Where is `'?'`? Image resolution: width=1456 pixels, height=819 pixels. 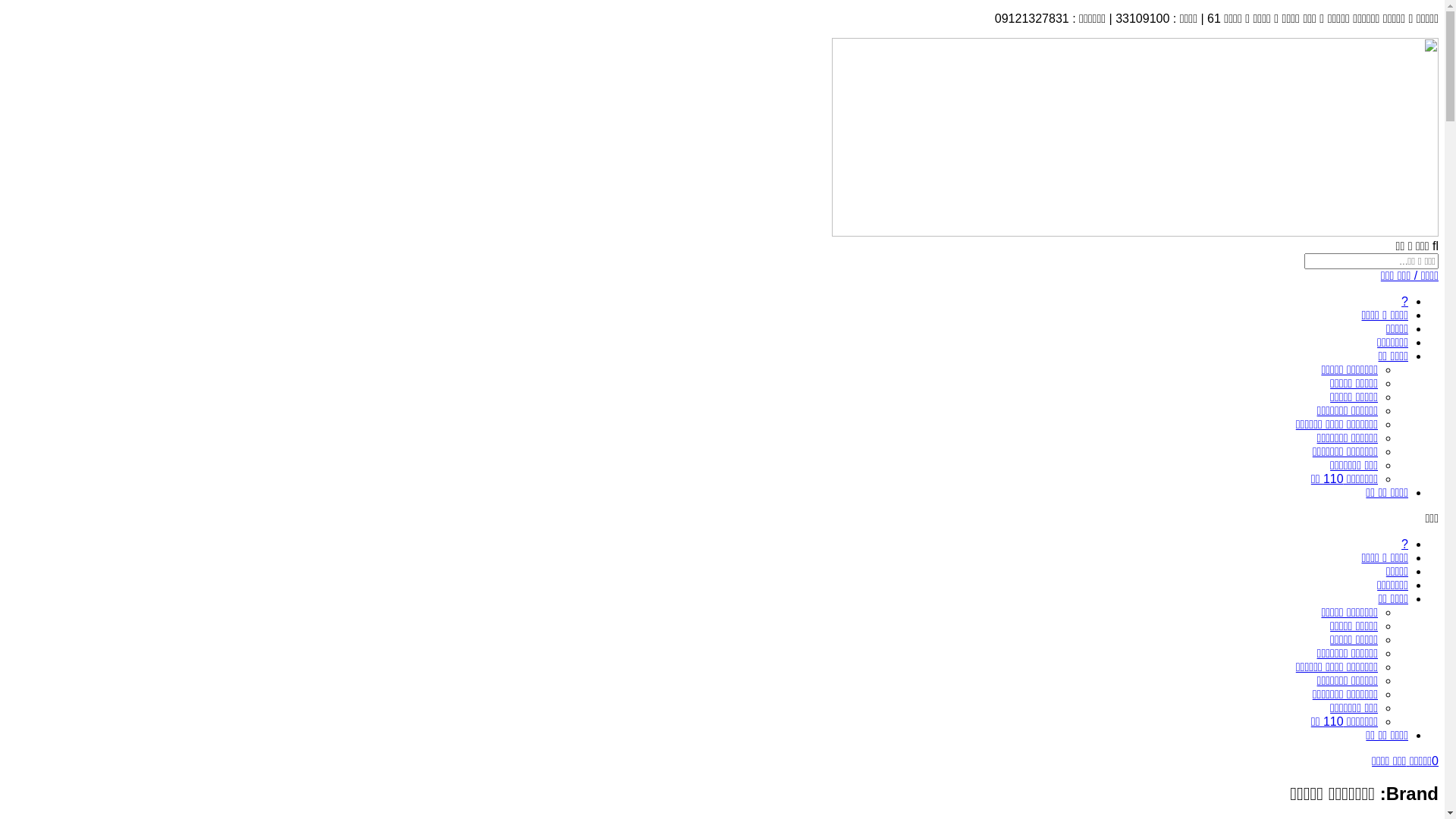
'?' is located at coordinates (1404, 301).